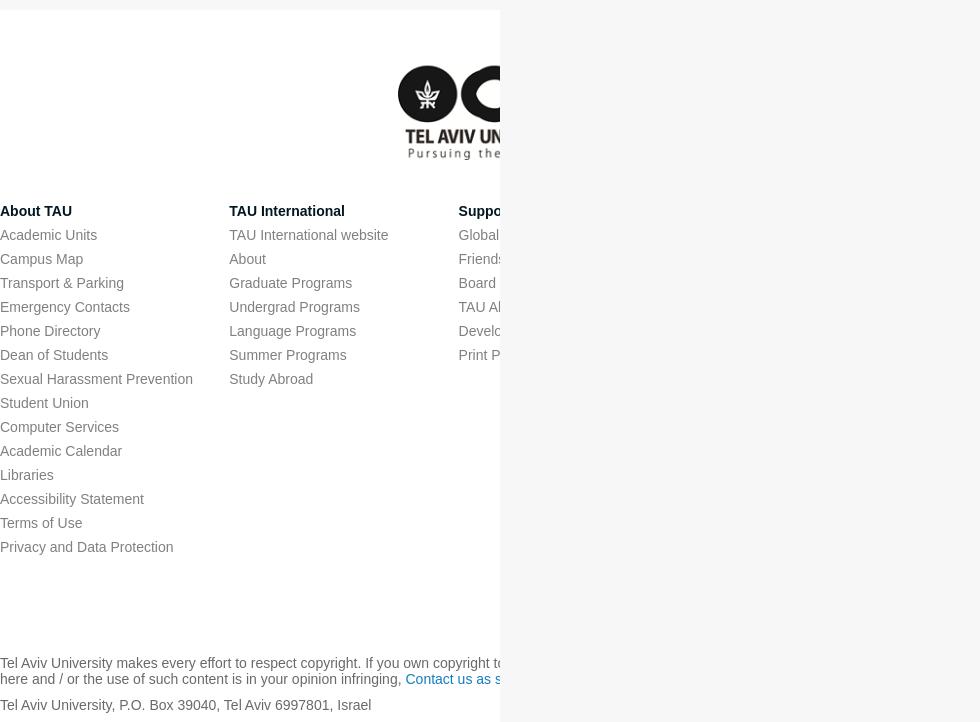 Image resolution: width=980 pixels, height=722 pixels. What do you see at coordinates (494, 305) in the screenshot?
I see `'TAU Alumni'` at bounding box center [494, 305].